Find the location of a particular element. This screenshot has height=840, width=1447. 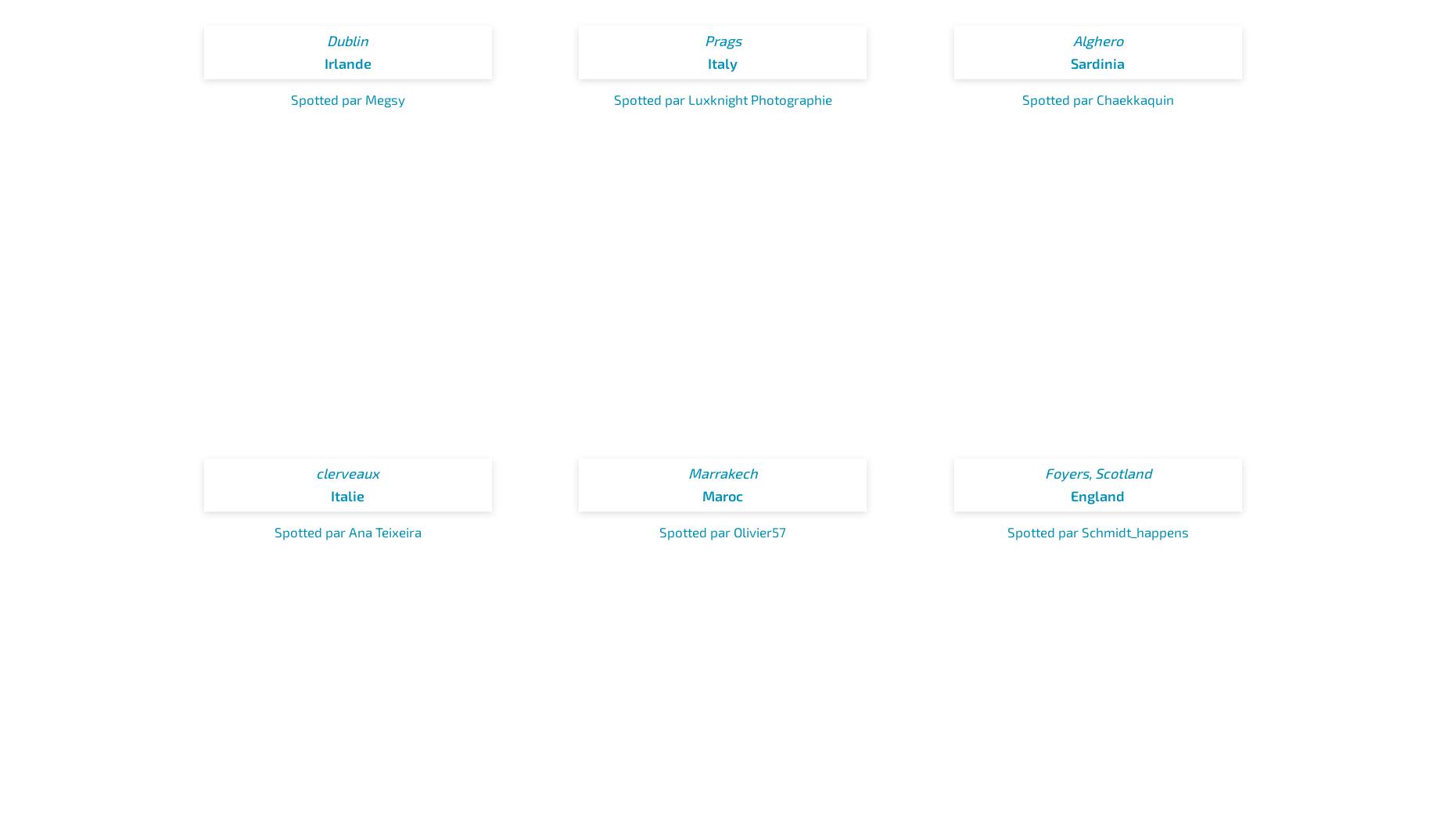

'Italie' is located at coordinates (346, 495).